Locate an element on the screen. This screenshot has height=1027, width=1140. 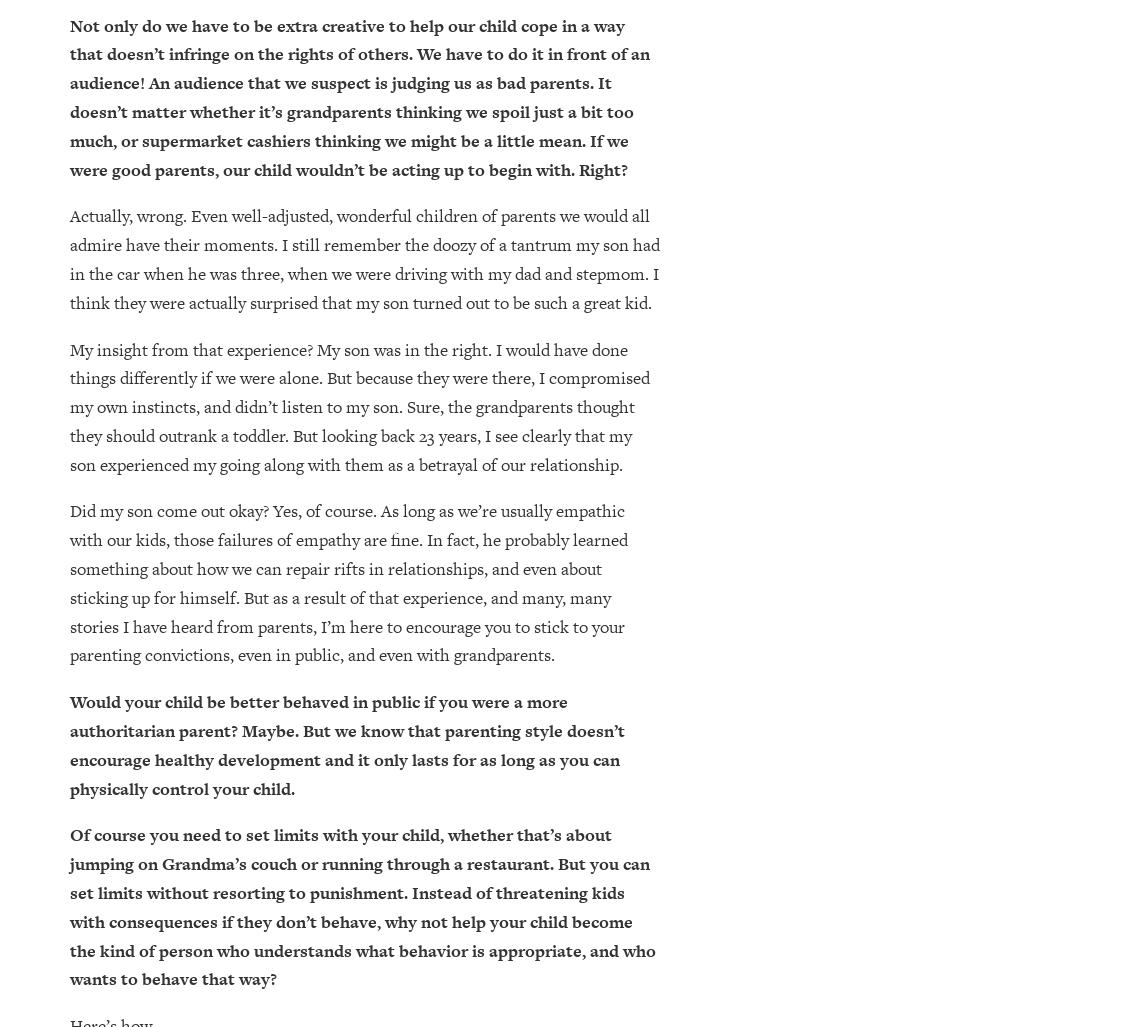
'By continuing, you agree to the updated Terms of Sale,' is located at coordinates (272, 787).